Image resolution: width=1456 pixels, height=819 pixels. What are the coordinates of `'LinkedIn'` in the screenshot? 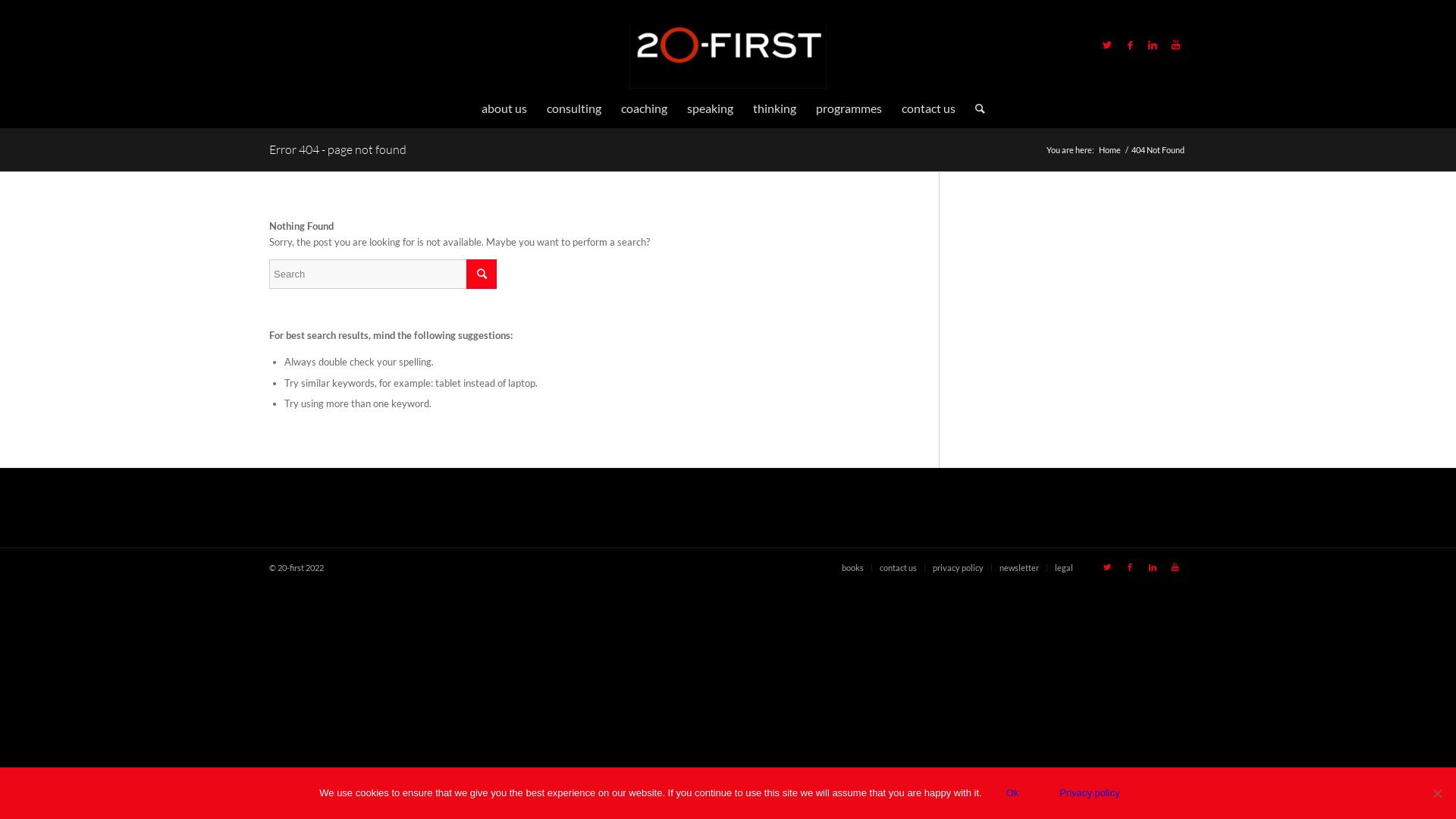 It's located at (1153, 567).